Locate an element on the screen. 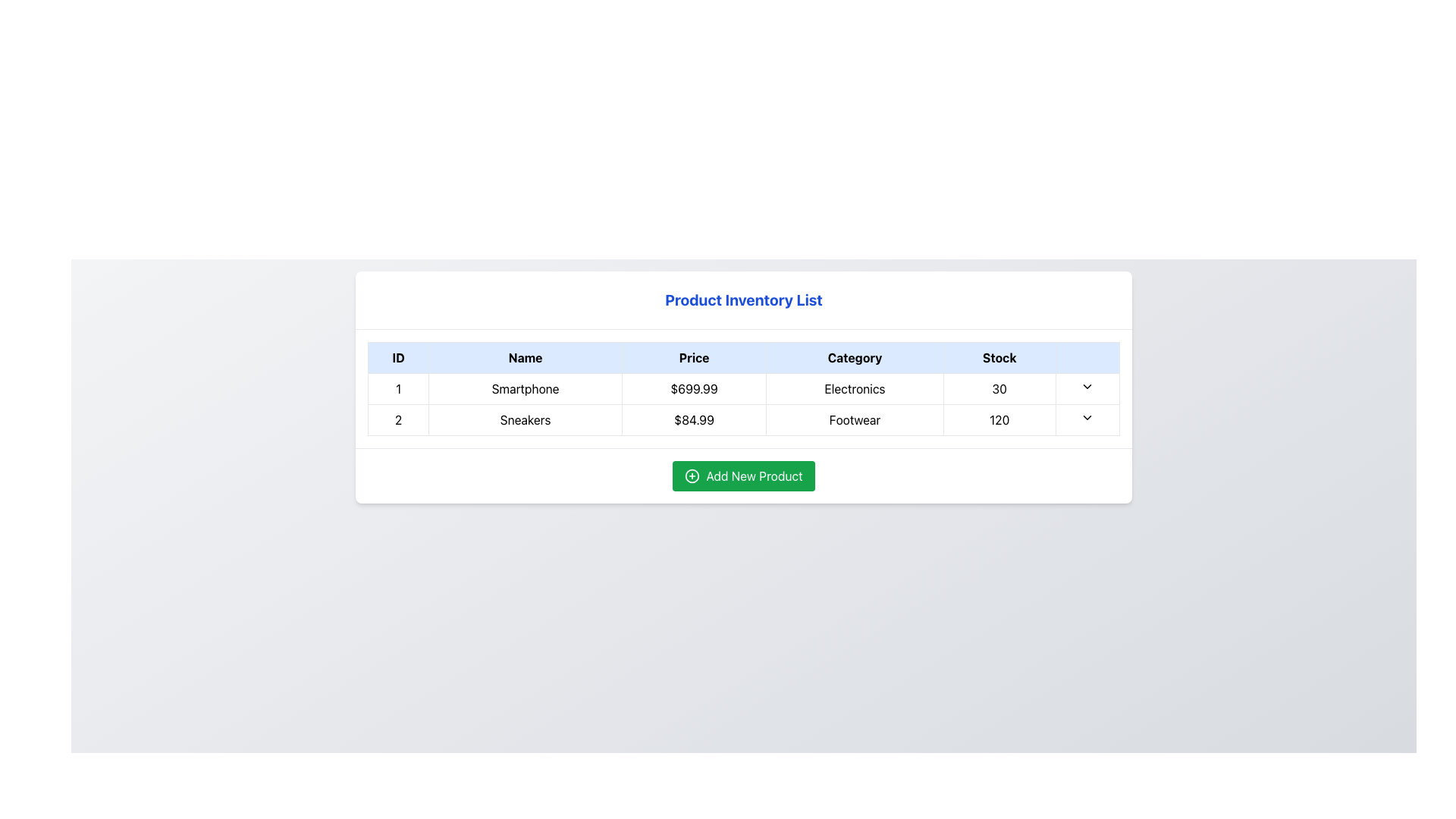  the 'Name' text label in the header row of the table is located at coordinates (526, 357).